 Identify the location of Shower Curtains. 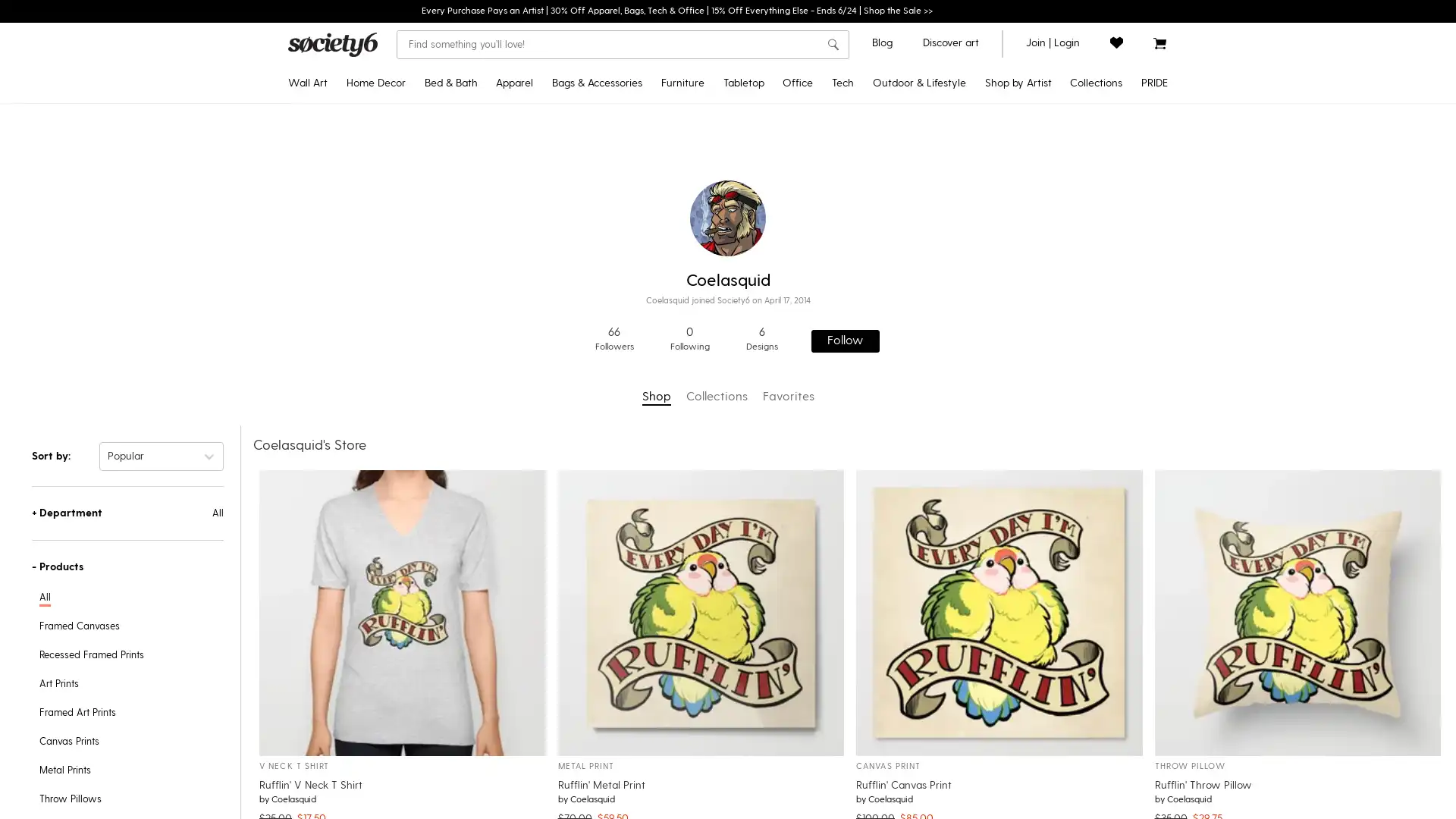
(483, 194).